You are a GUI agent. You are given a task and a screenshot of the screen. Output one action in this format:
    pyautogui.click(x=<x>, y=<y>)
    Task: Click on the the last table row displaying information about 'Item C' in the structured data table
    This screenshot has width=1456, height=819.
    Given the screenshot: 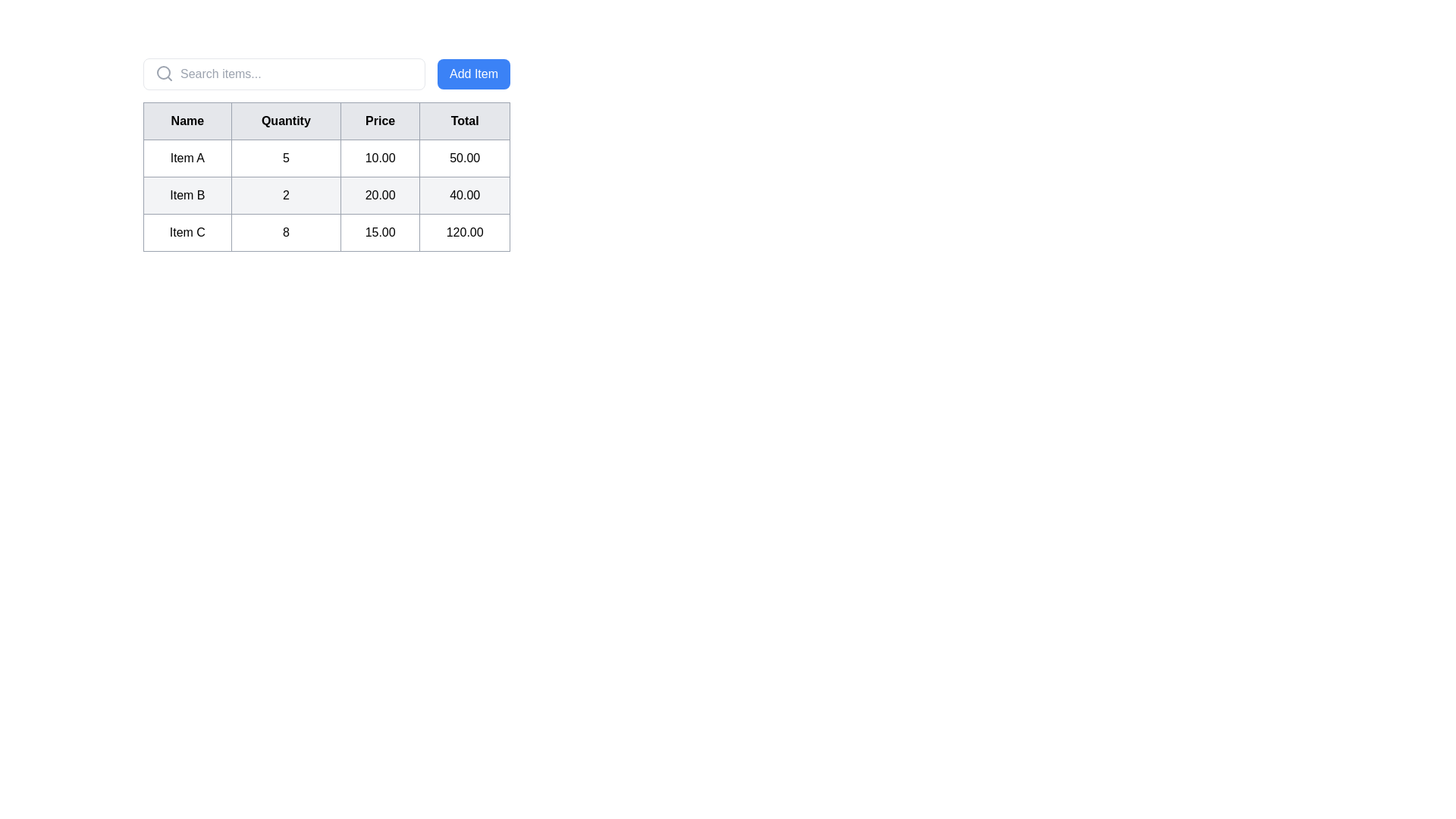 What is the action you would take?
    pyautogui.click(x=326, y=233)
    